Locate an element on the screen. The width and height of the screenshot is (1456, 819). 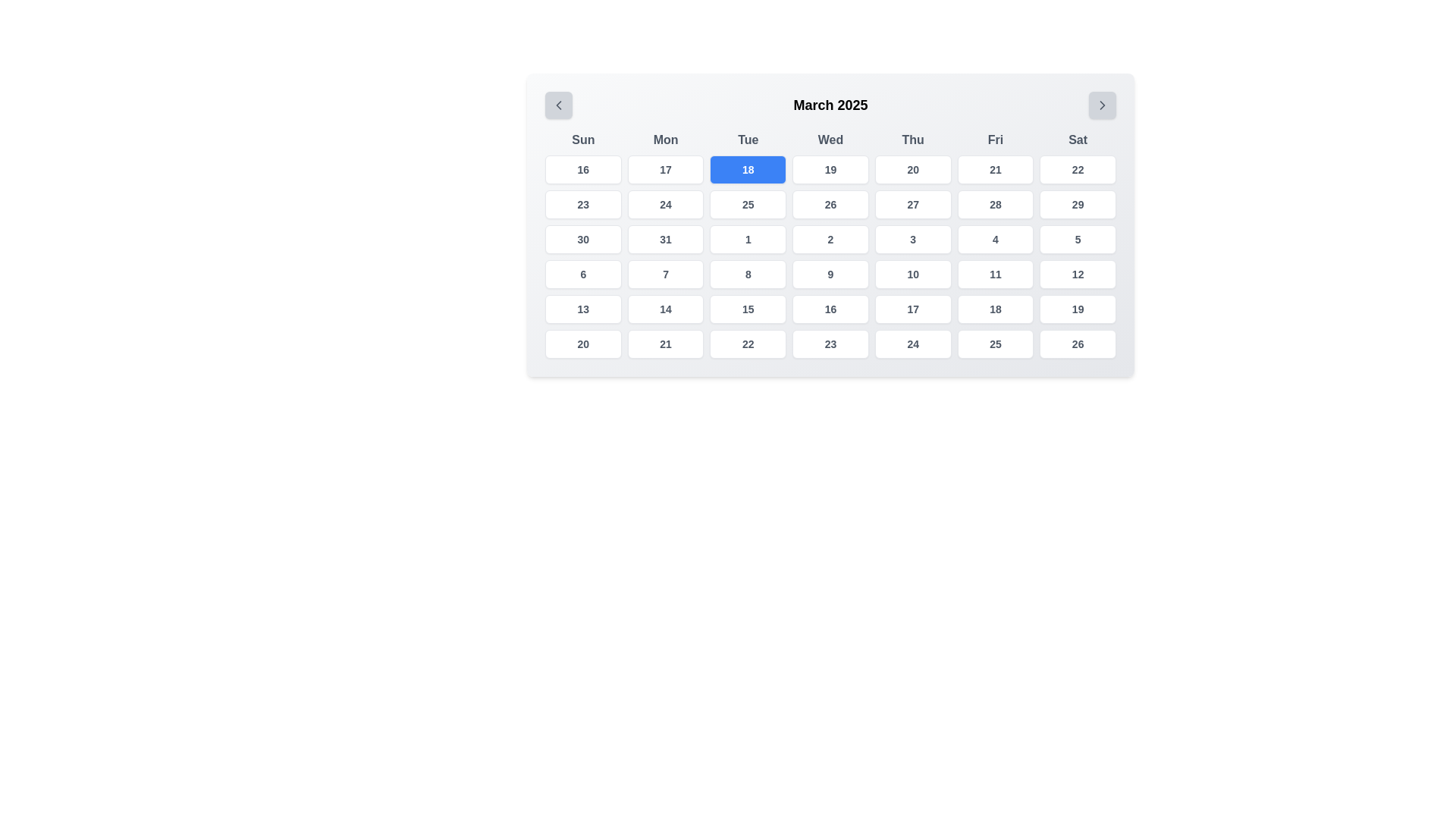
the button representing the date '6' in the calendar for March 2025 is located at coordinates (582, 275).